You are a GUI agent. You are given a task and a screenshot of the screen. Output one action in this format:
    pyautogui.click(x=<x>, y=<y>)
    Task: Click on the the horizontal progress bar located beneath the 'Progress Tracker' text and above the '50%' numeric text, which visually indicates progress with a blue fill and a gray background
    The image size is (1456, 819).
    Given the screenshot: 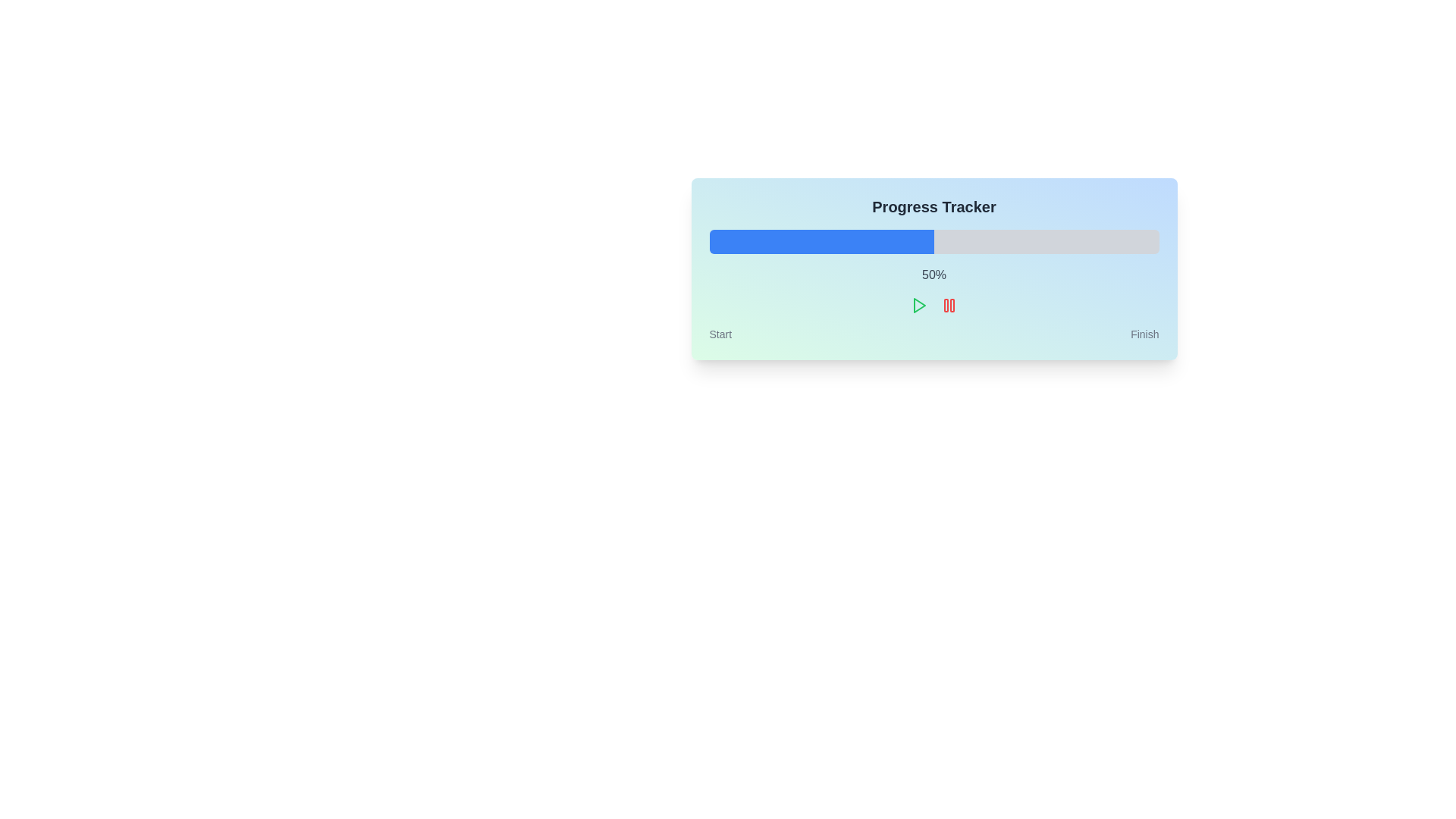 What is the action you would take?
    pyautogui.click(x=934, y=241)
    